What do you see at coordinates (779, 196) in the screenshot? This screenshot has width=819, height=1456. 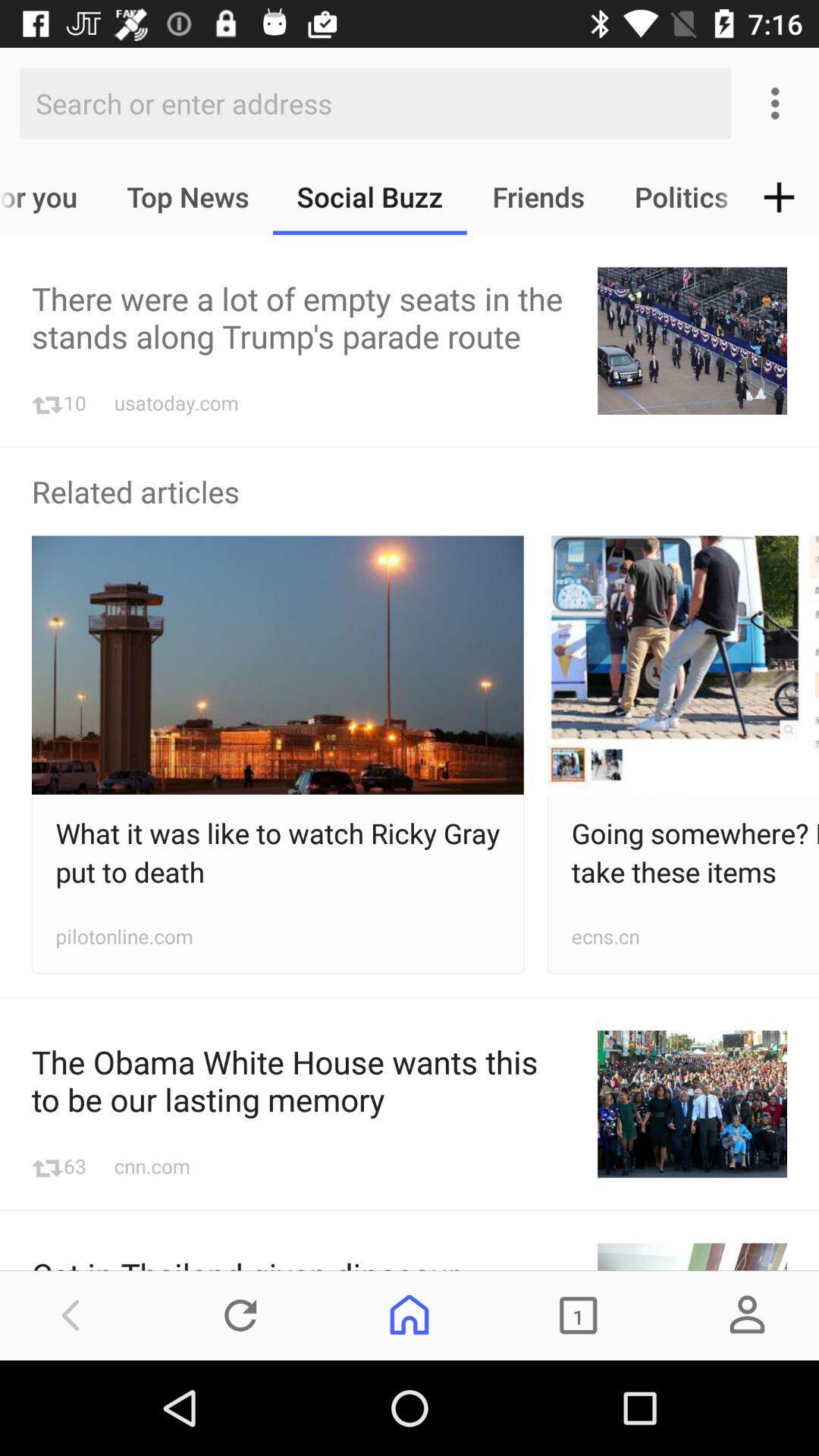 I see `item to the right of the politics` at bounding box center [779, 196].